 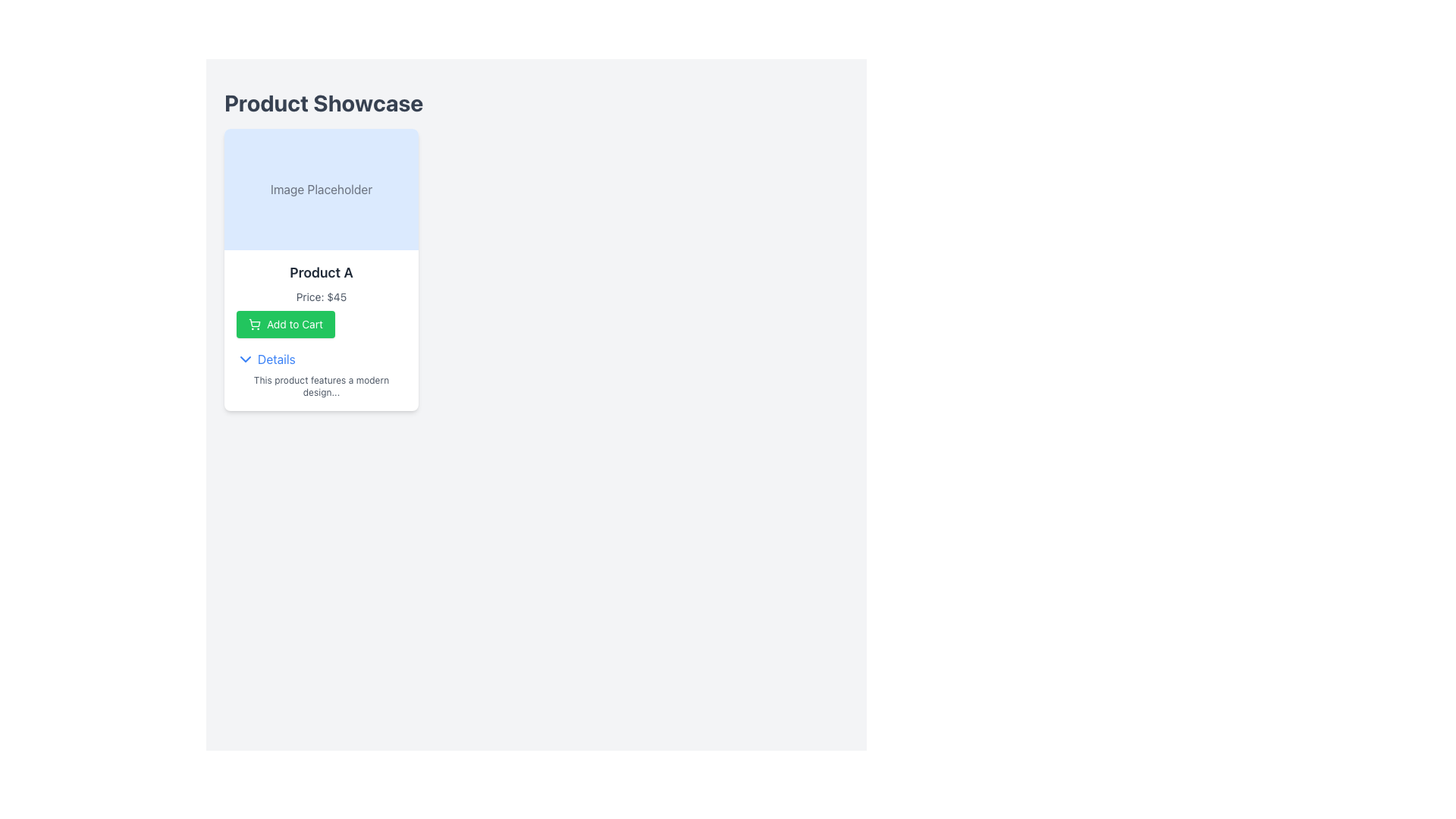 What do you see at coordinates (255, 324) in the screenshot?
I see `the 'Add to Cart' icon located to the left of the 'Add to Cart' button beneath 'Product A' description and price label` at bounding box center [255, 324].